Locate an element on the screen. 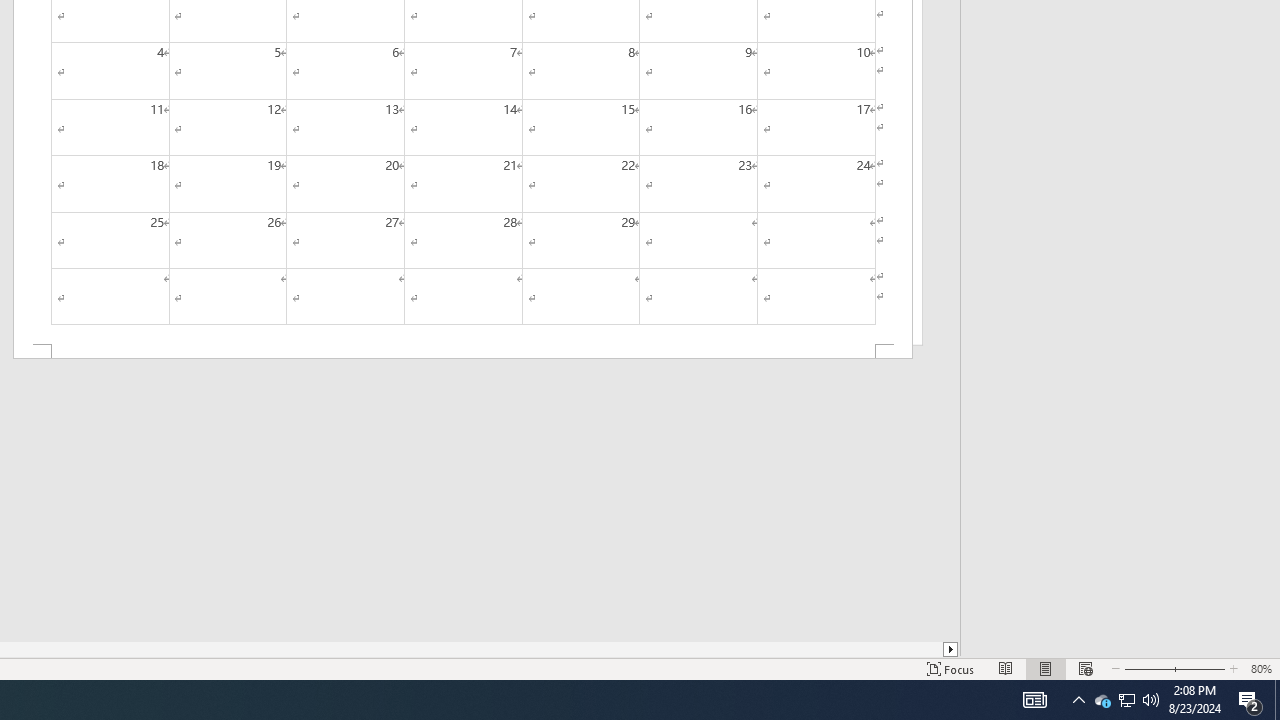  'Focus ' is located at coordinates (950, 669).